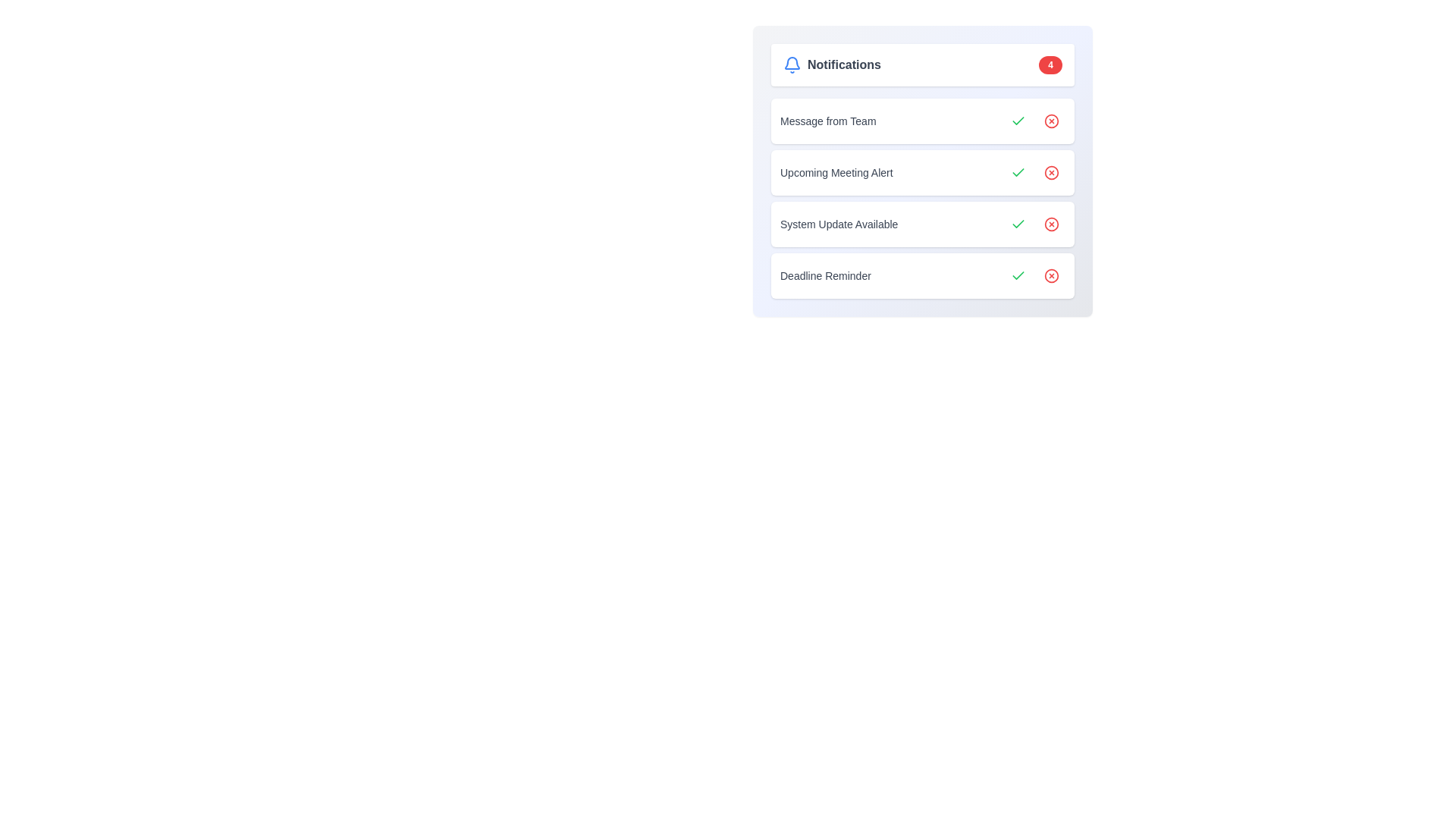 This screenshot has height=819, width=1456. Describe the element at coordinates (1018, 171) in the screenshot. I see `the green checkmark icon button located on the right-hand side of the 'Upcoming Meeting Alert' row` at that location.